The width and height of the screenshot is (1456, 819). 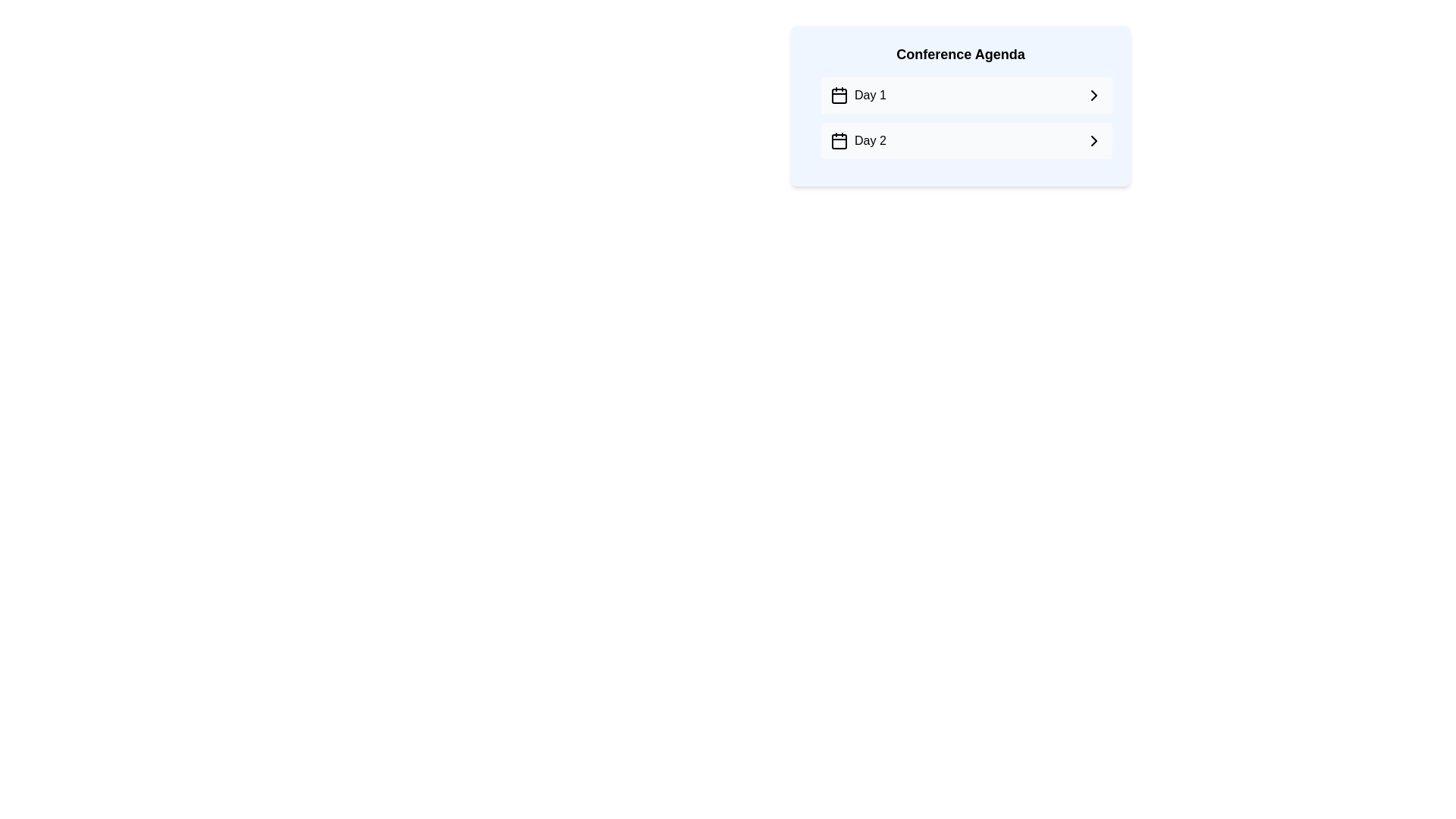 What do you see at coordinates (870, 96) in the screenshot?
I see `the text label component displaying 'Day 1', located to the right of a calendar icon in the conference agenda list` at bounding box center [870, 96].